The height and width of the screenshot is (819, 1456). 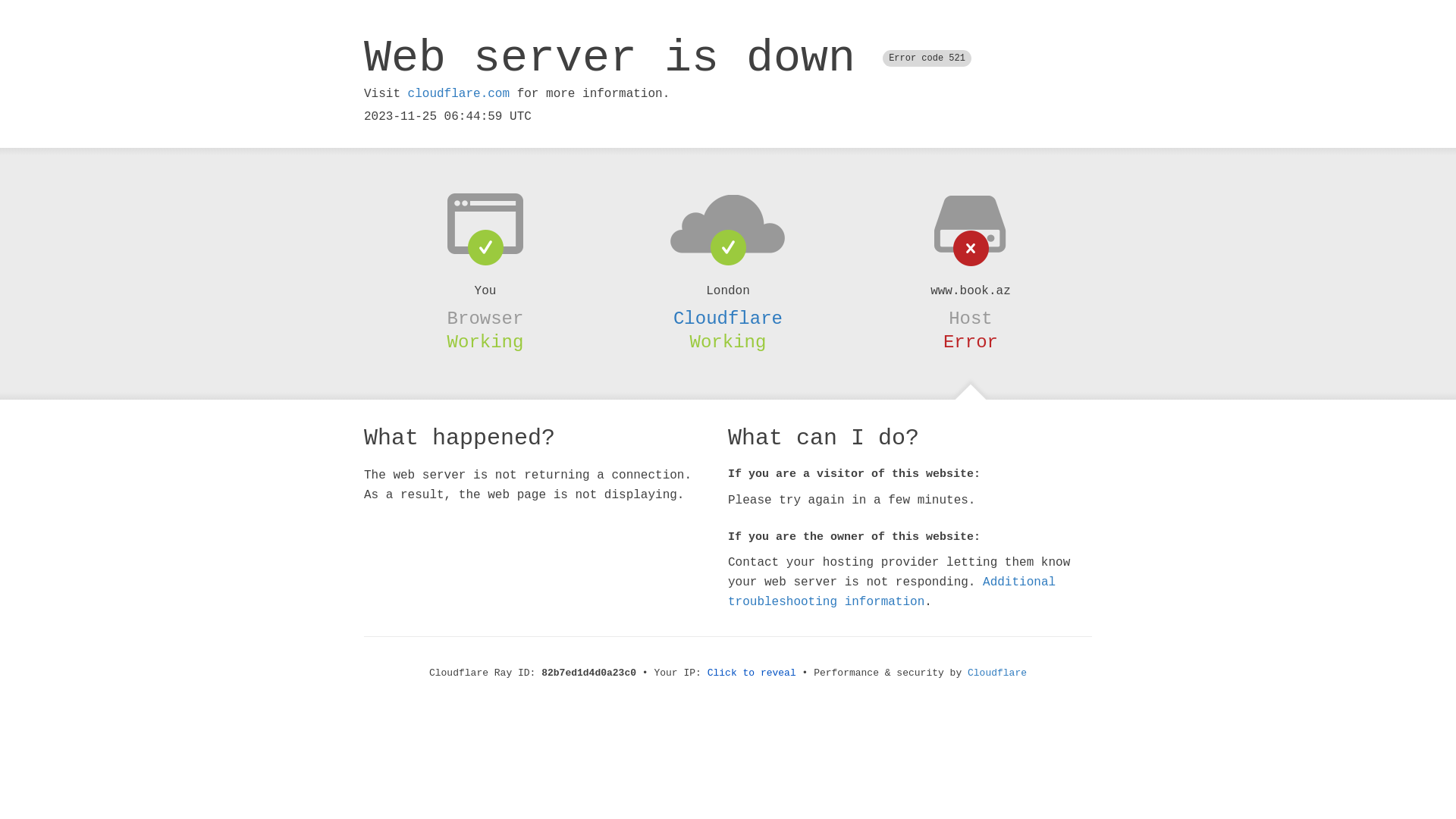 I want to click on 'Click to reveal', so click(x=752, y=672).